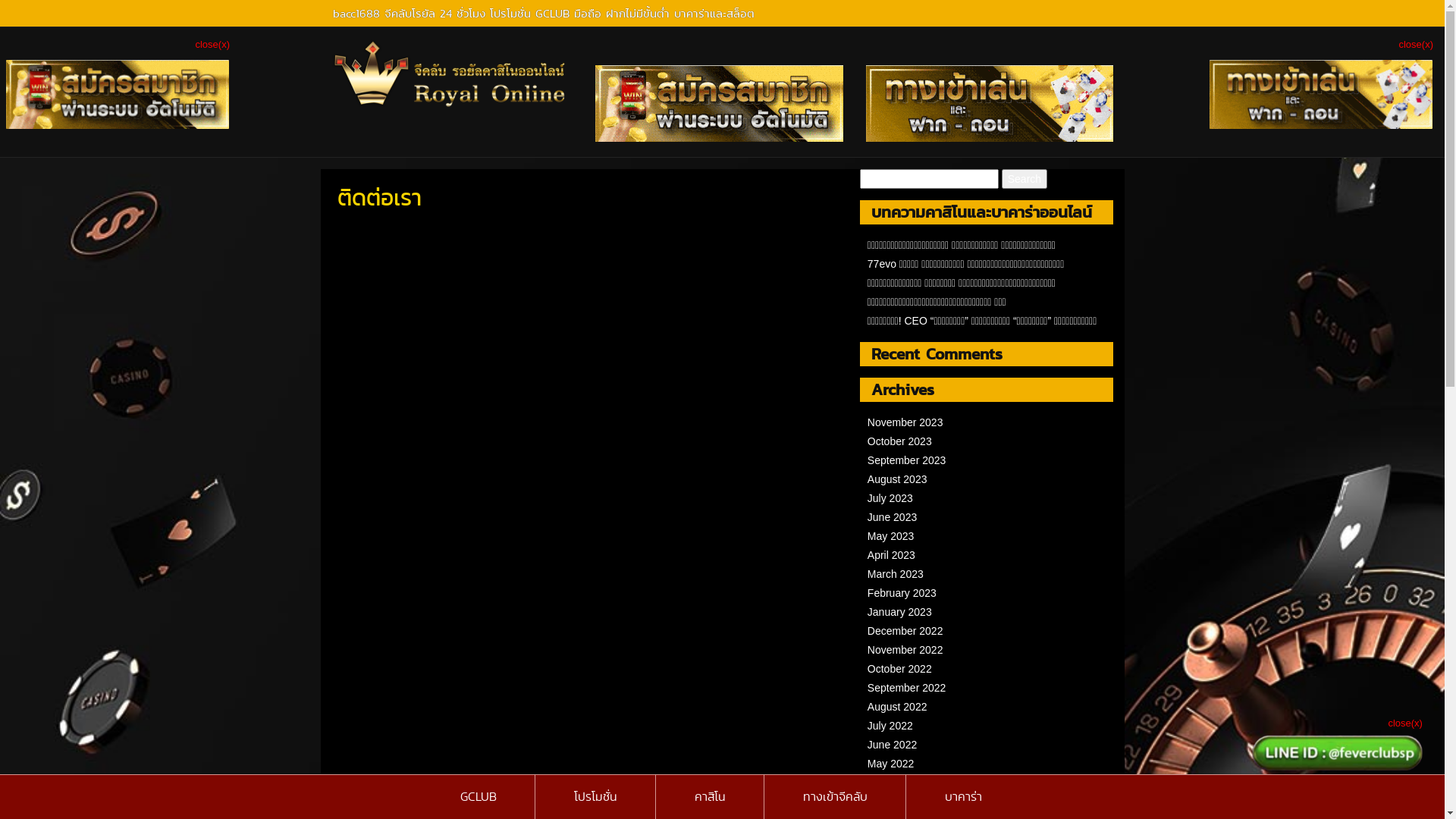 This screenshot has height=819, width=1456. Describe the element at coordinates (867, 707) in the screenshot. I see `'August 2022'` at that location.